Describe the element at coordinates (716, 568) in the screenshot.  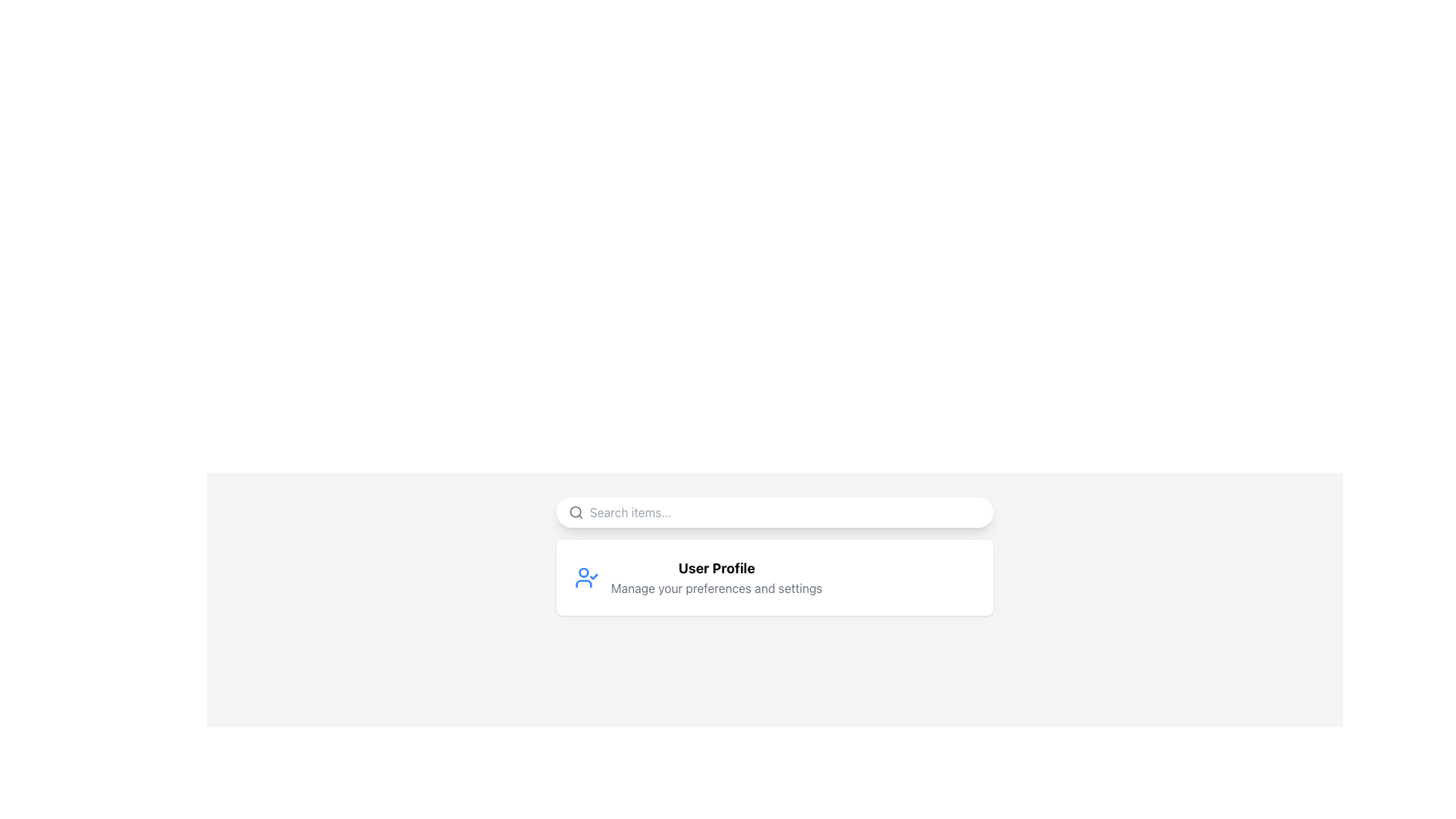
I see `the header text label that indicates the purpose of the section within the card, located centrally above the secondary text 'Manage your preferences and settings'` at that location.